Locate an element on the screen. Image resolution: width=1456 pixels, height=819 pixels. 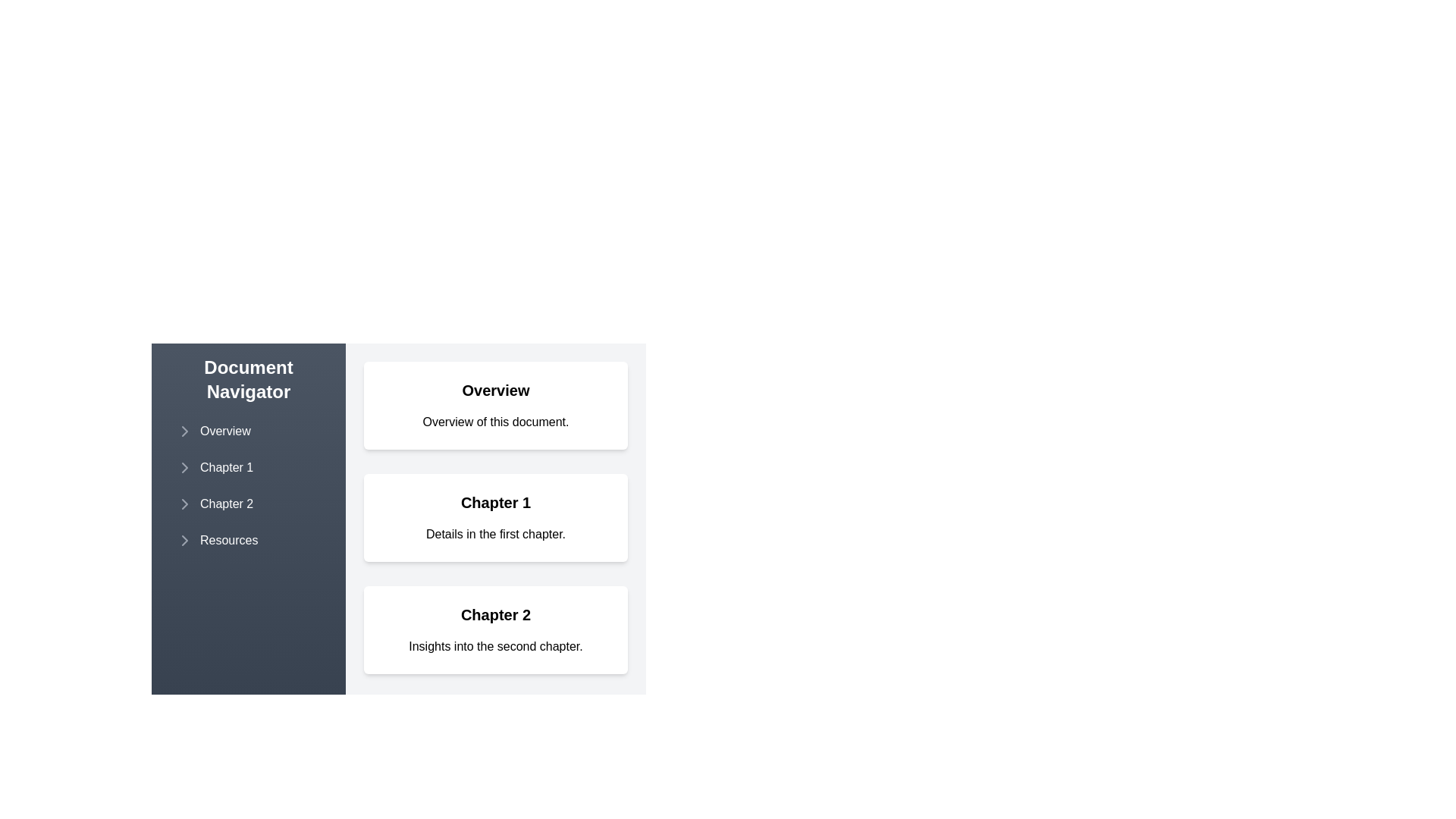
text label heading located at the top of the first white card to understand its purpose is located at coordinates (495, 390).